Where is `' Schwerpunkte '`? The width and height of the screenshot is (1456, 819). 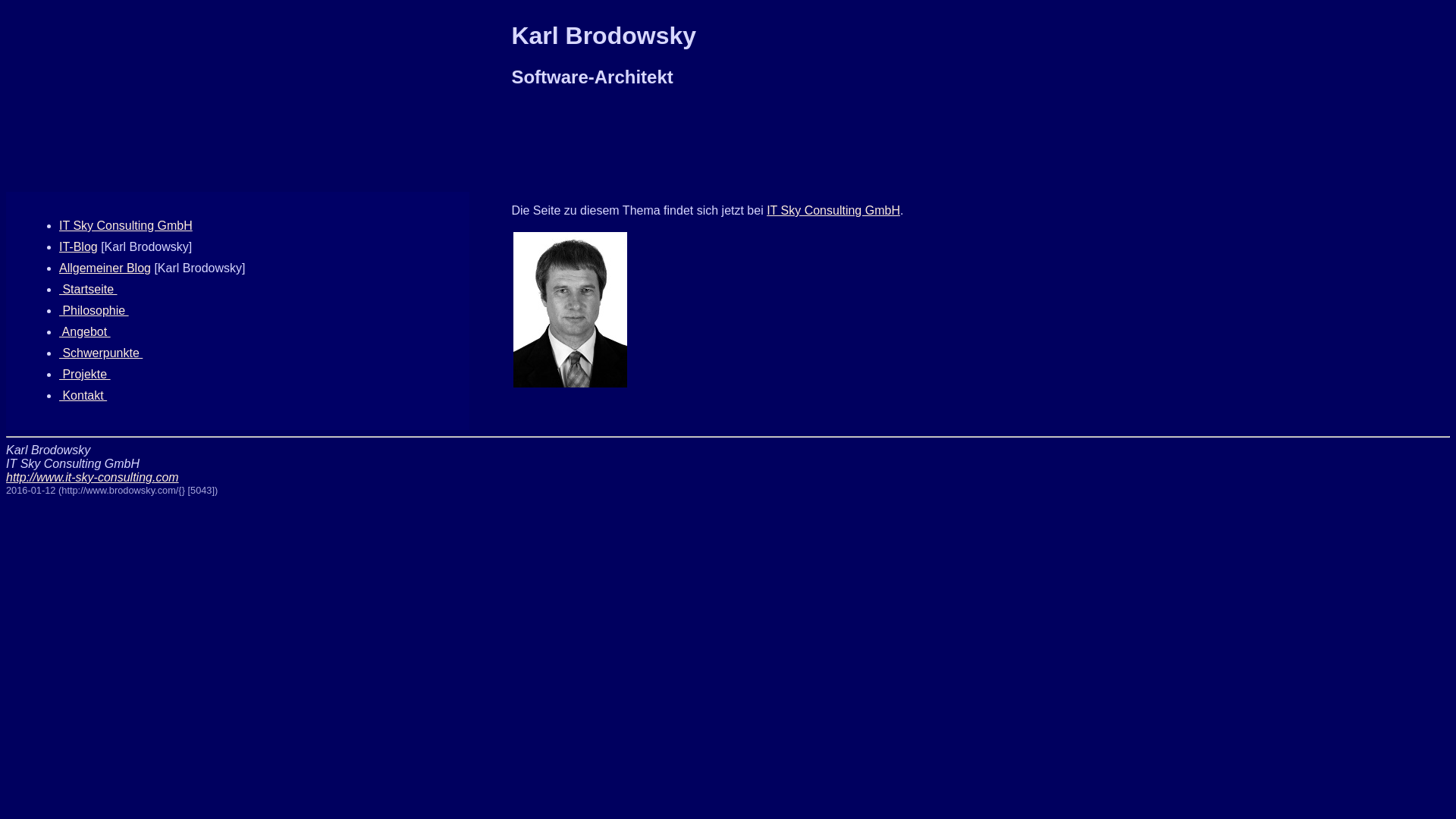 ' Schwerpunkte ' is located at coordinates (100, 353).